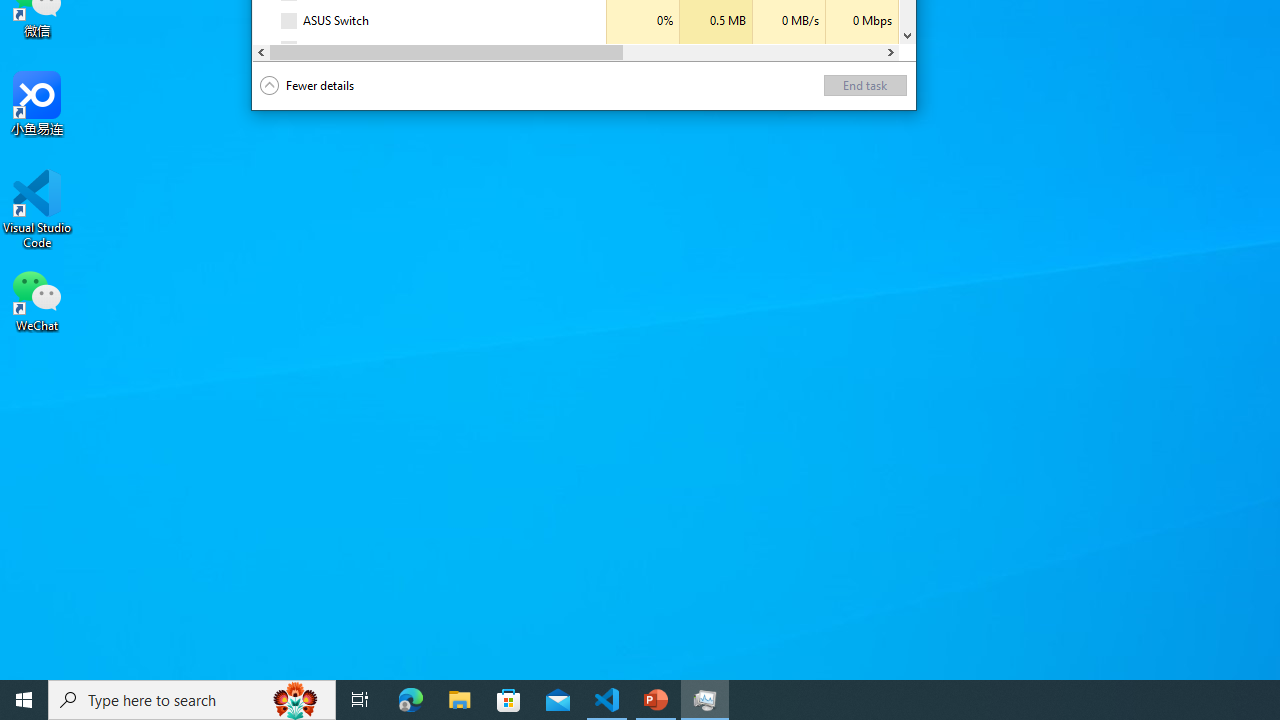 The height and width of the screenshot is (720, 1280). I want to click on 'Fewer details', so click(306, 85).